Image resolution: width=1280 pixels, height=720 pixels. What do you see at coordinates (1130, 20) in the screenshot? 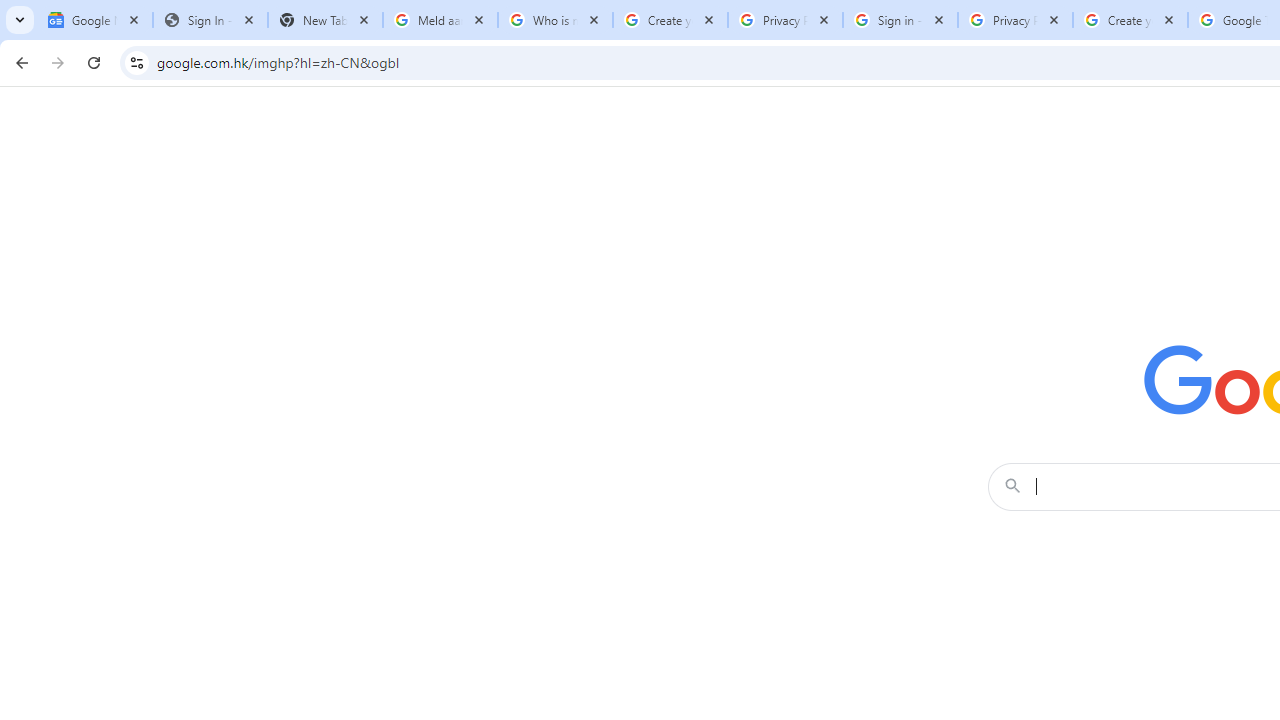
I see `'Create your Google Account'` at bounding box center [1130, 20].